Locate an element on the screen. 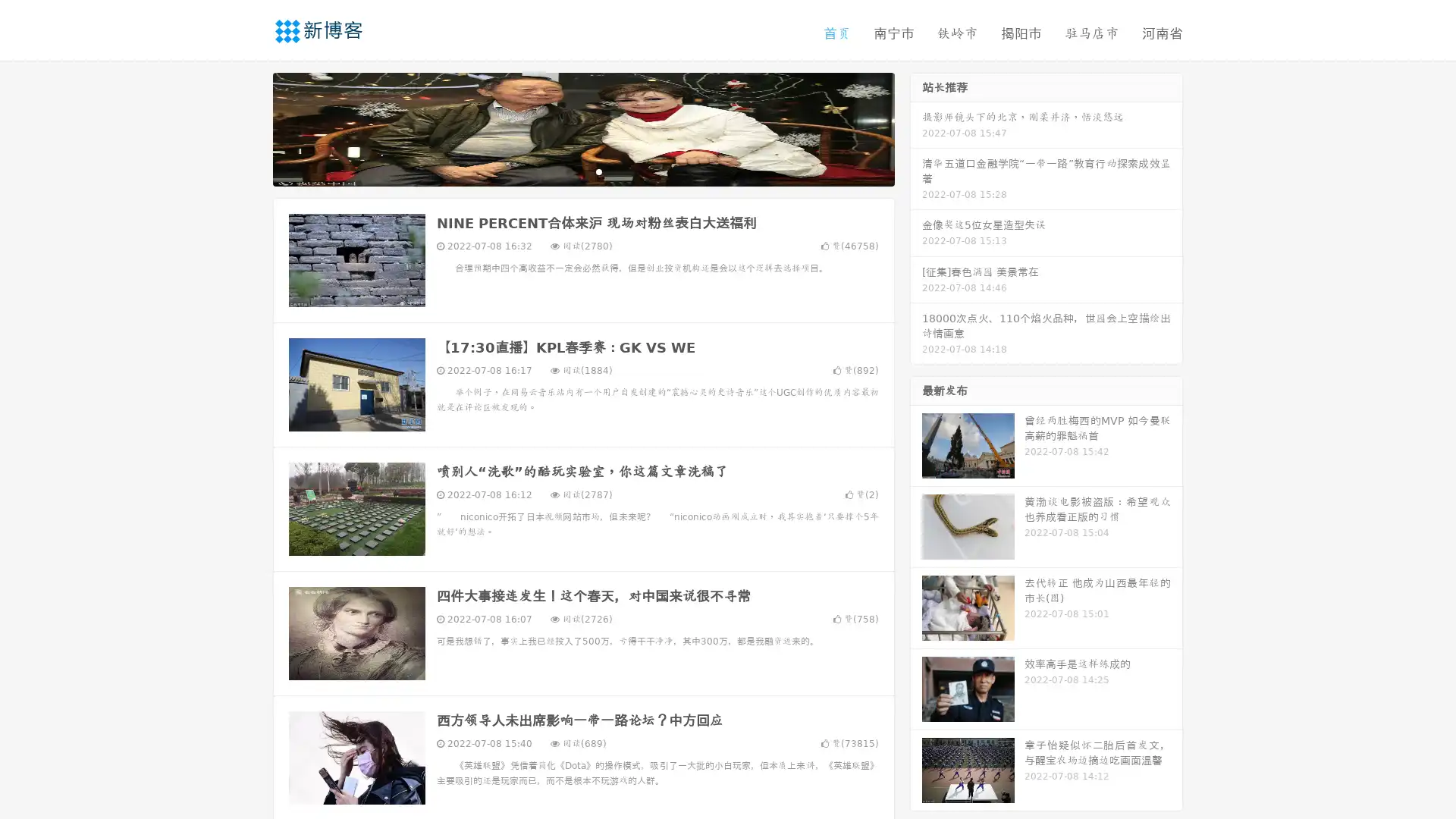 The image size is (1456, 819). Next slide is located at coordinates (916, 127).